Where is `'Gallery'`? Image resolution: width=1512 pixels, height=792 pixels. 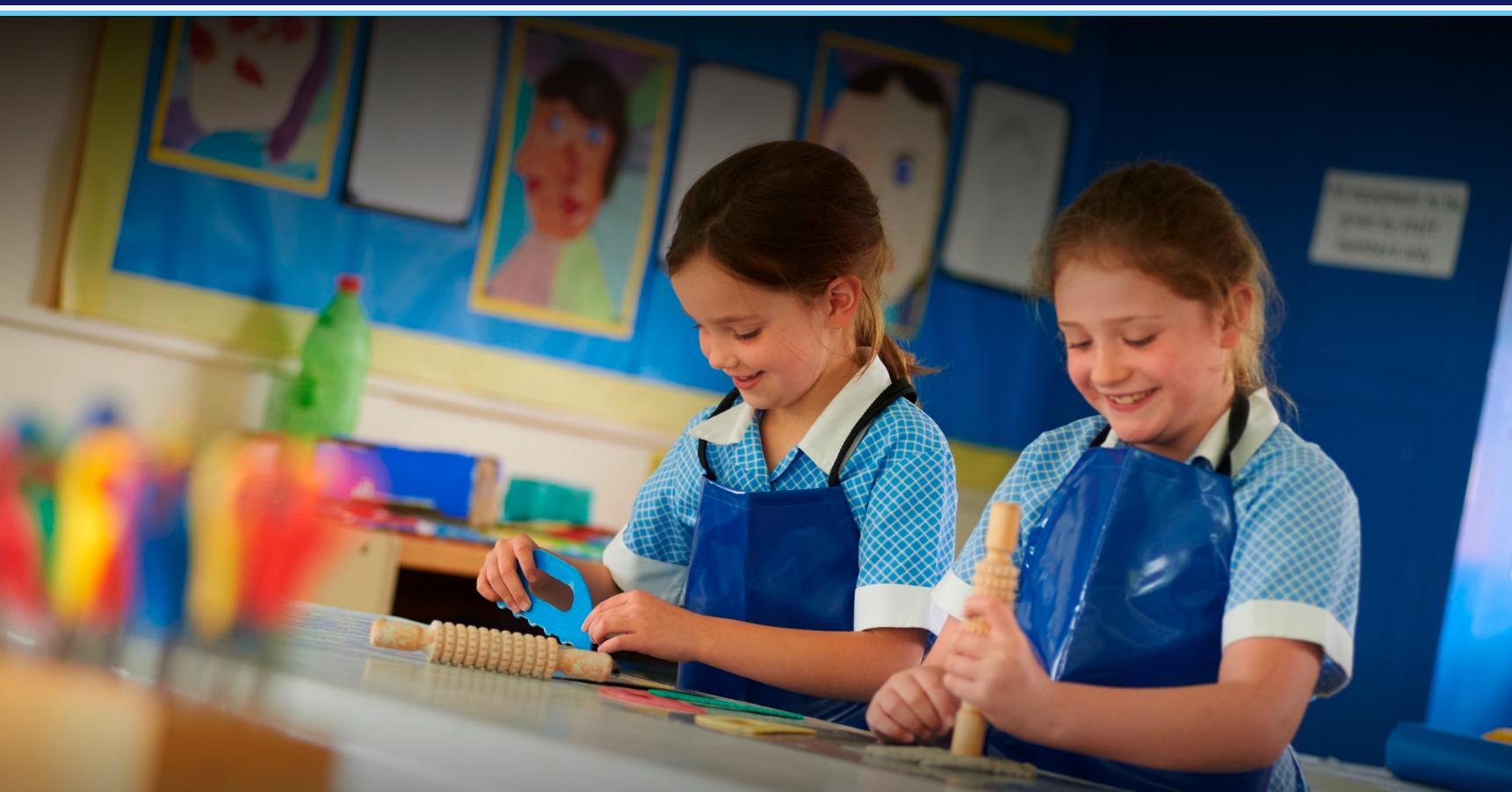 'Gallery' is located at coordinates (1187, 201).